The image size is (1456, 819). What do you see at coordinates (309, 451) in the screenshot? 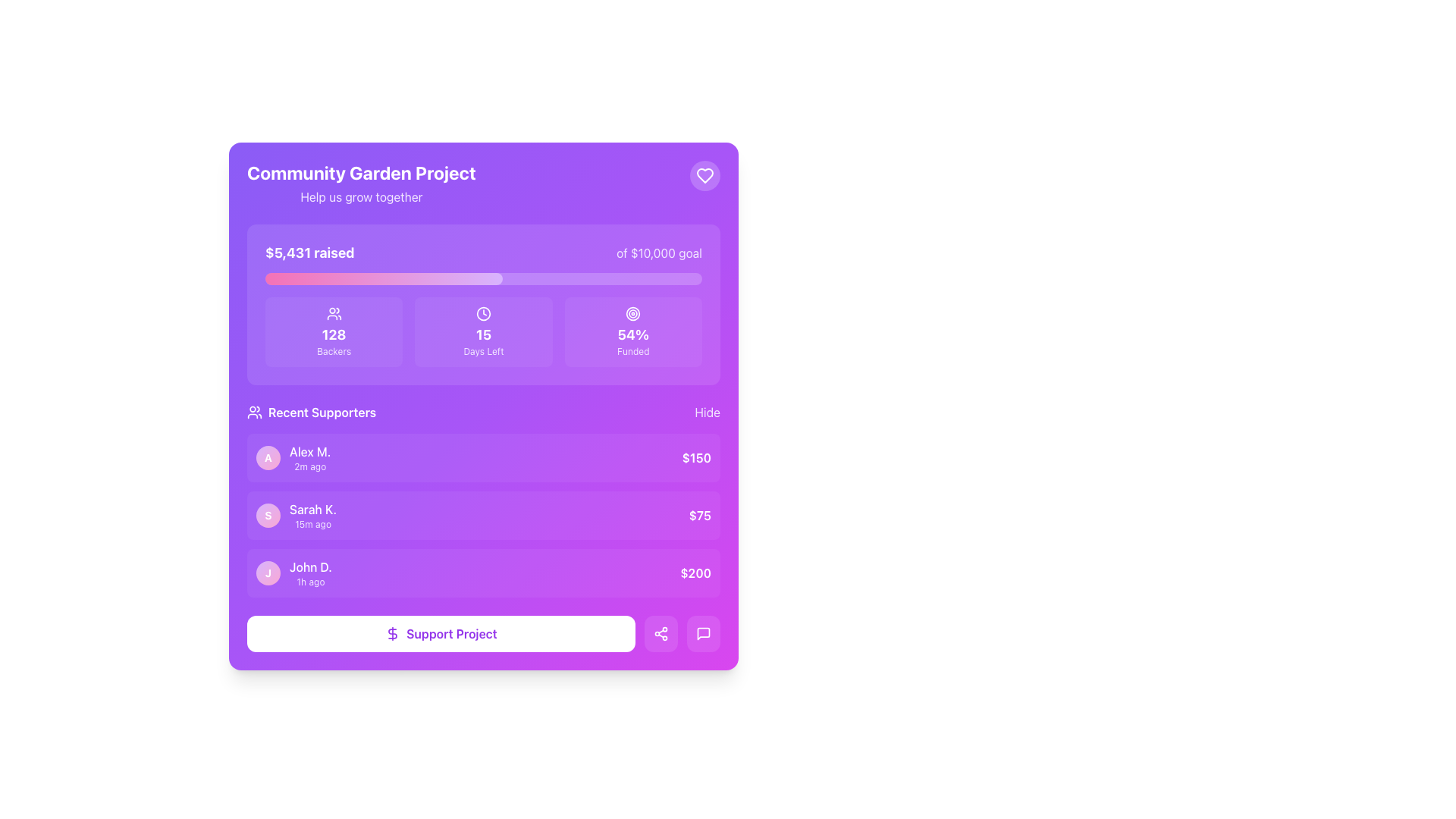
I see `text content of the label displaying 'Alex M.' in white font on a purple background, located in the 'Recent Supporters' section above the timestamp '2m ago'` at bounding box center [309, 451].